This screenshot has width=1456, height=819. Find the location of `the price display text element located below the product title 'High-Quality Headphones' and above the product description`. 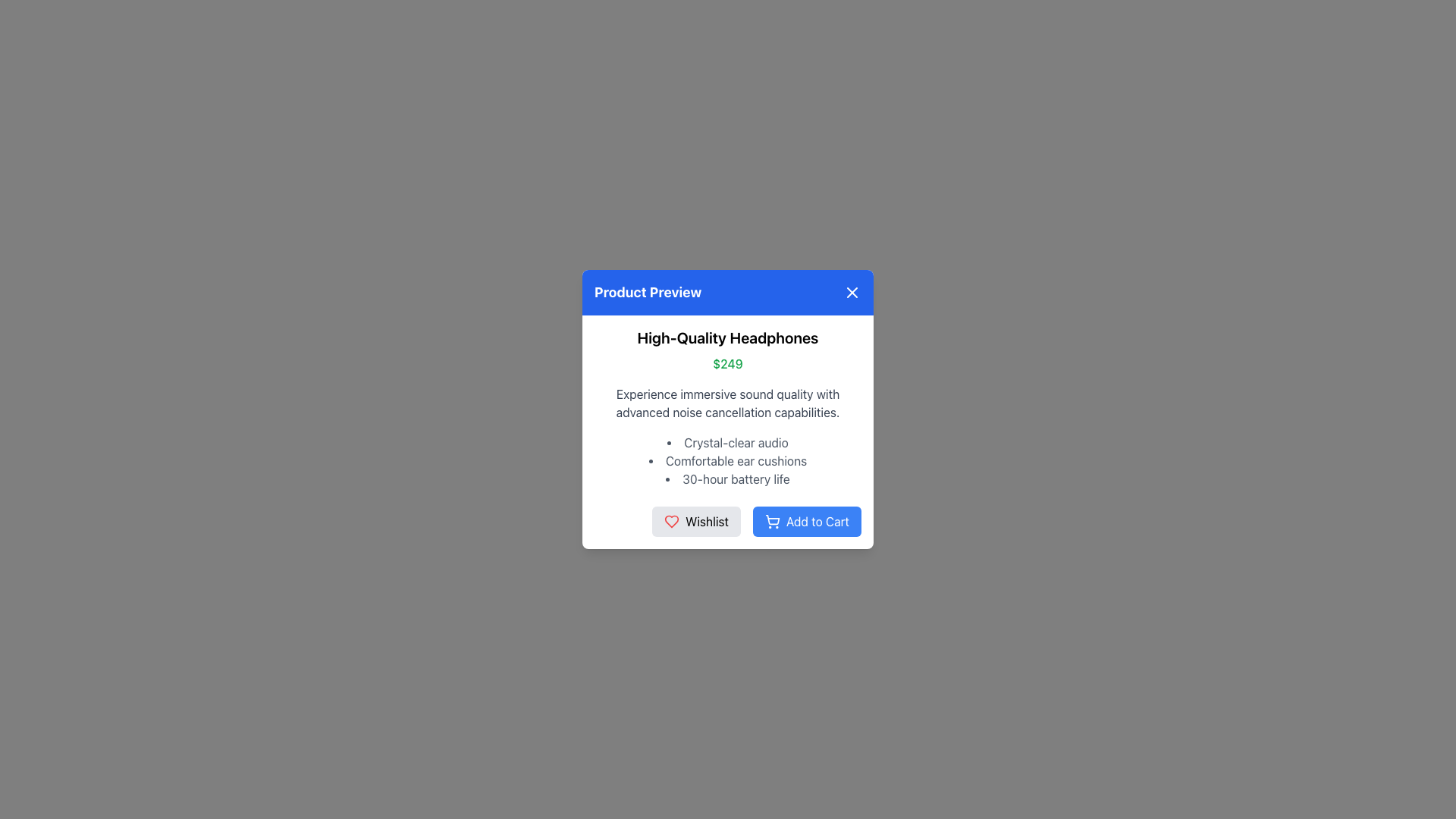

the price display text element located below the product title 'High-Quality Headphones' and above the product description is located at coordinates (728, 363).